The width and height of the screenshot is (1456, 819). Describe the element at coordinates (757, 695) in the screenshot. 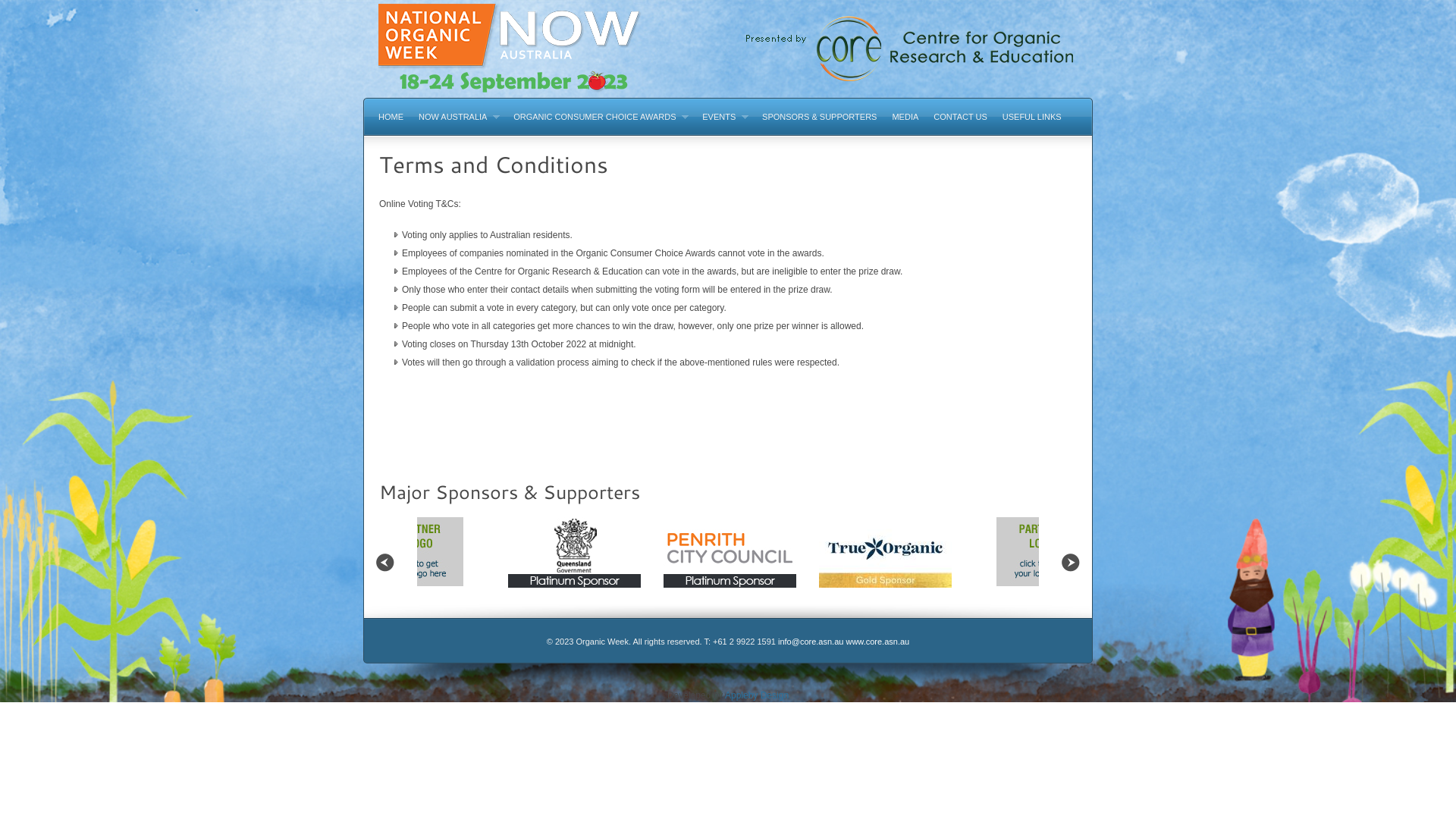

I see `'Appleby Design'` at that location.